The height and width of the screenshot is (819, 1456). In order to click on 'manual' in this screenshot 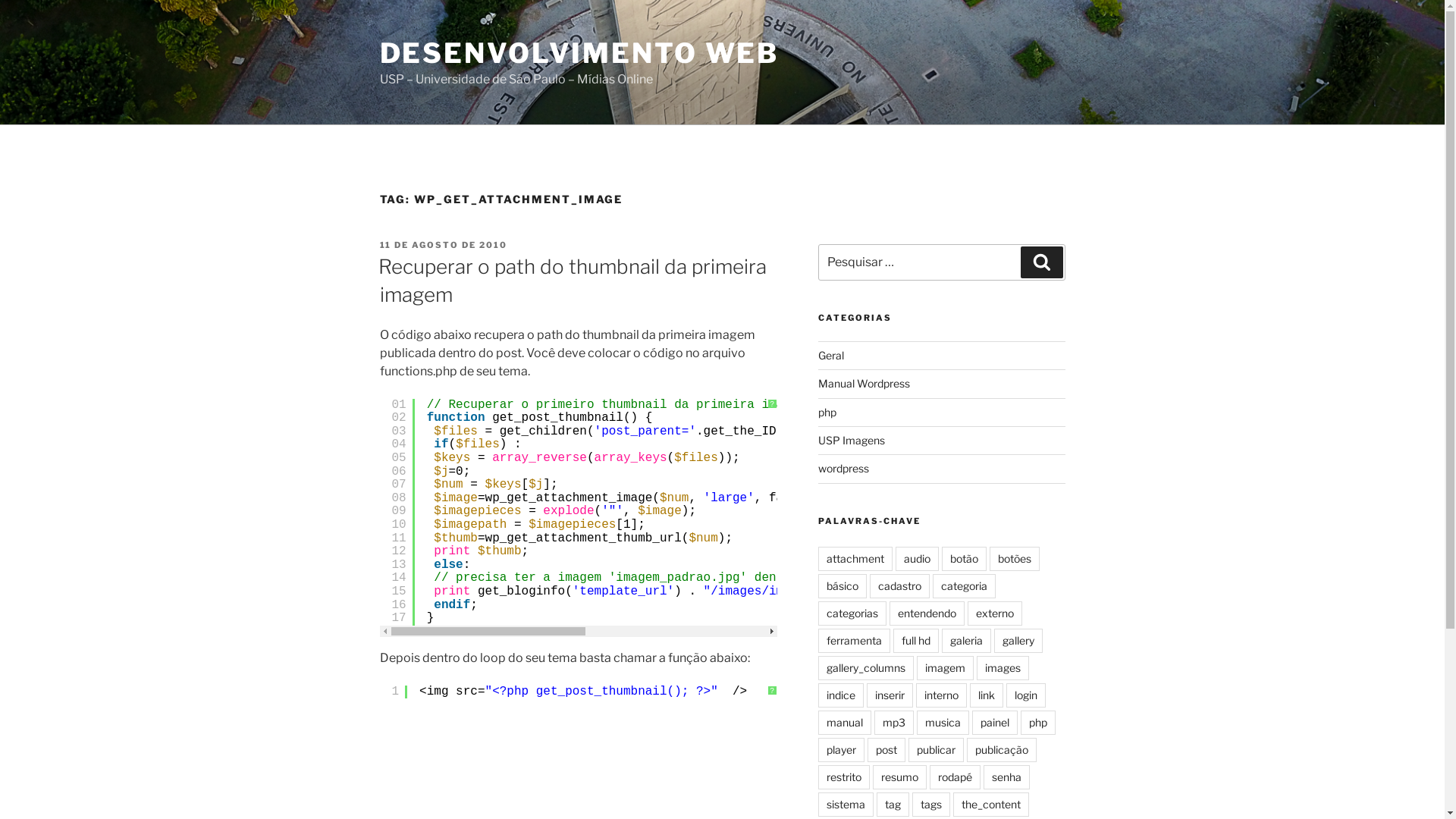, I will do `click(843, 721)`.